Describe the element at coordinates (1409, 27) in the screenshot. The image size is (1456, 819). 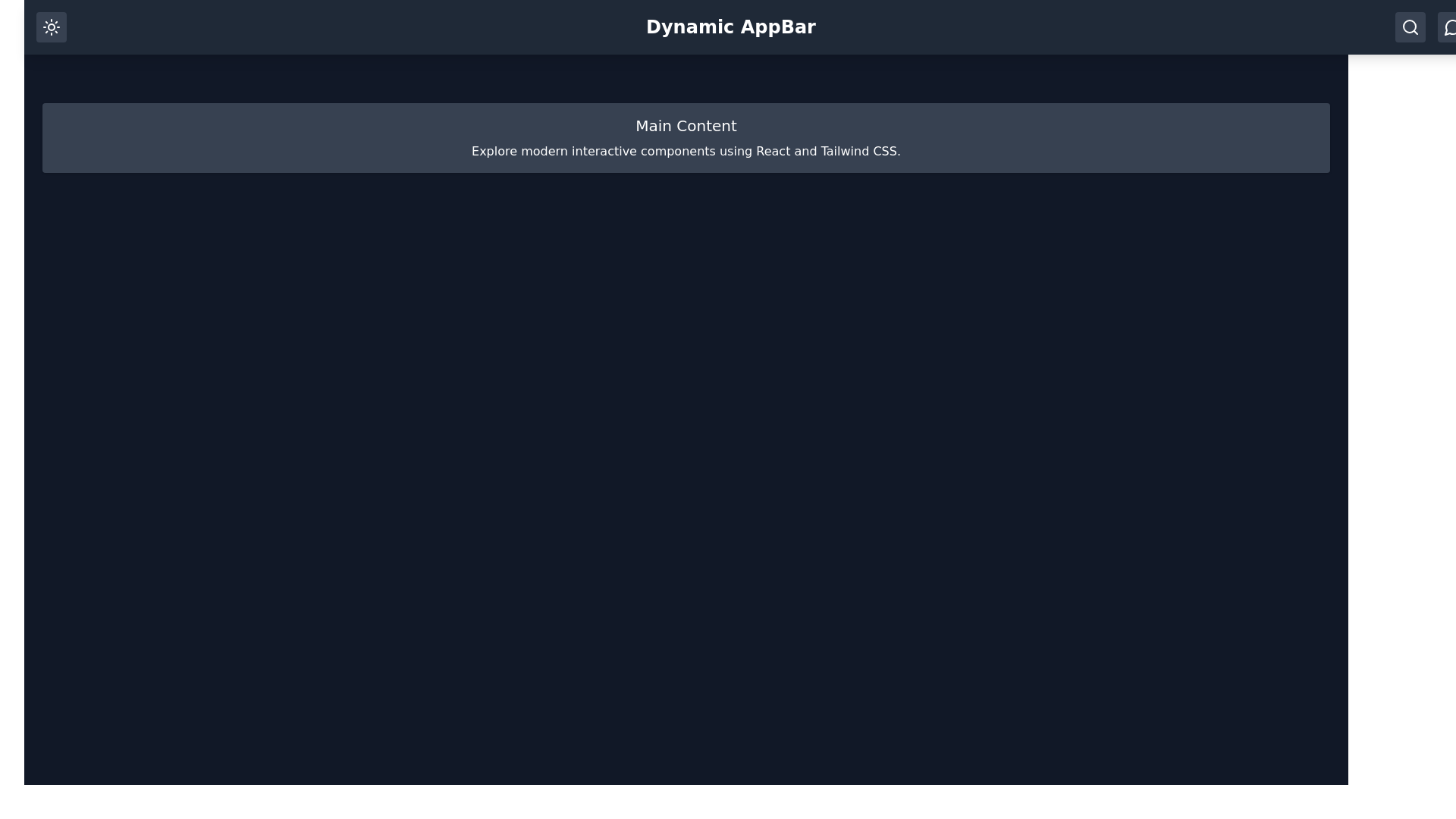
I see `the 'Search' icon button in the app bar` at that location.